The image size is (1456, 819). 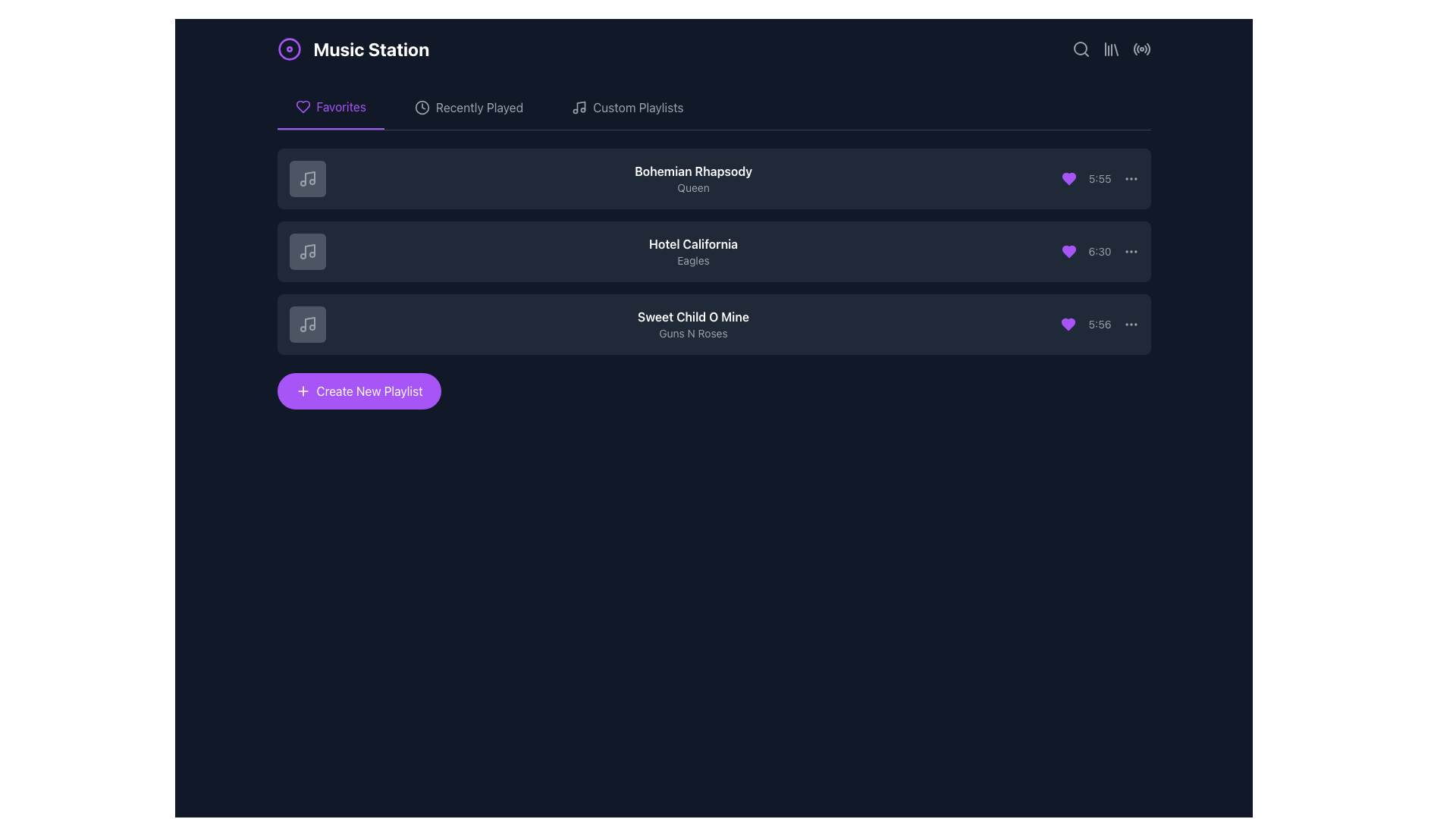 What do you see at coordinates (422, 107) in the screenshot?
I see `the clock-shaped icon located in the header navigation bar, next to the 'Recently Played' text label, to interact with it` at bounding box center [422, 107].